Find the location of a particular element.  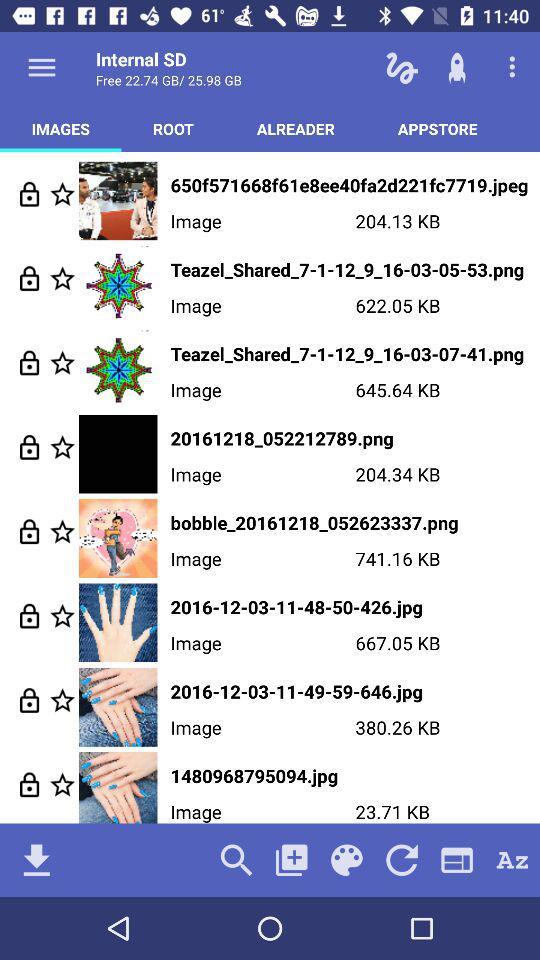

image is located at coordinates (62, 530).